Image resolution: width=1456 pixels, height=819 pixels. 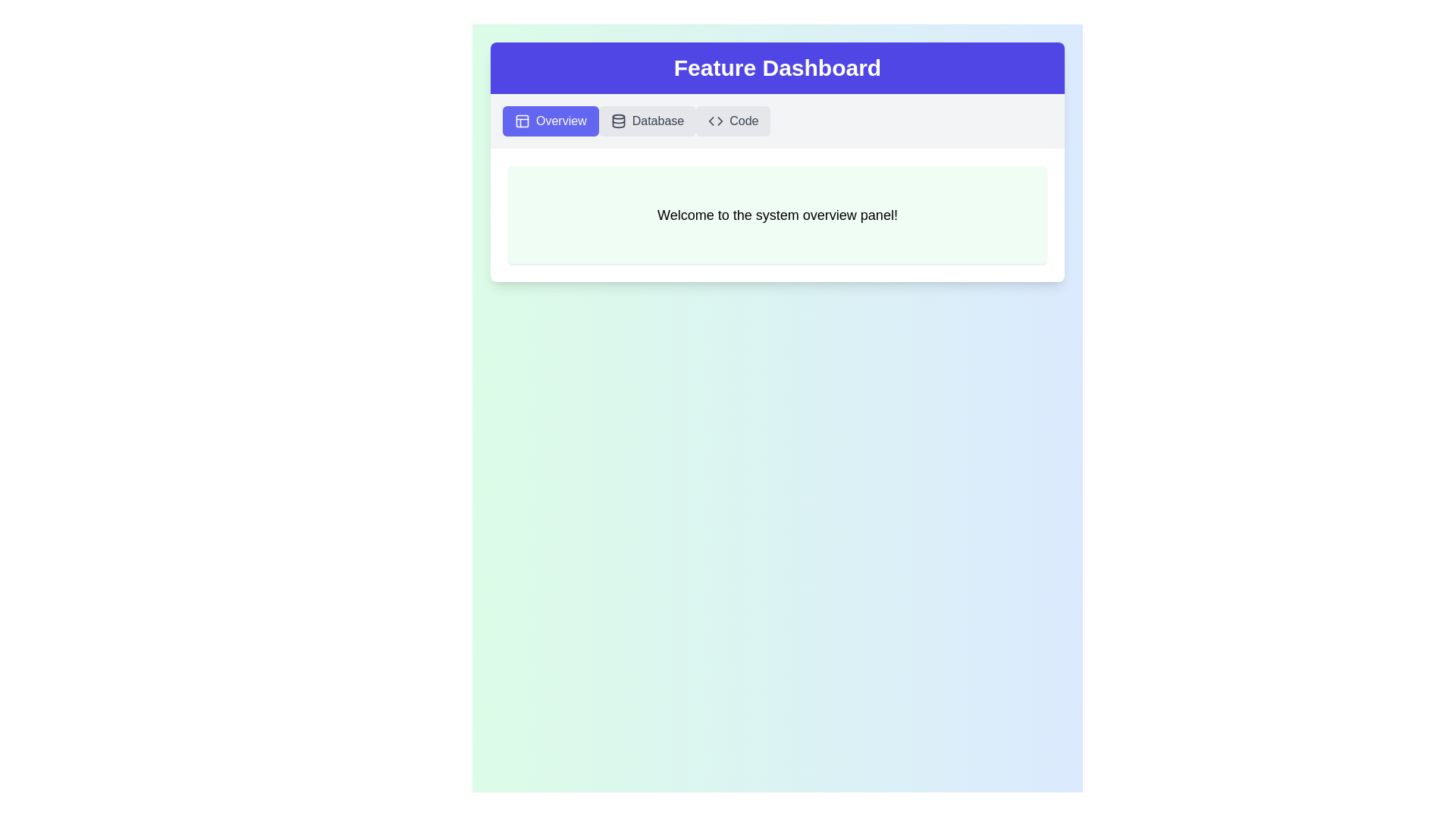 I want to click on right-pointing decorative SVG icon element located in the navigation header area labeled 'Code', positioned near the top of the interface, so click(x=720, y=120).